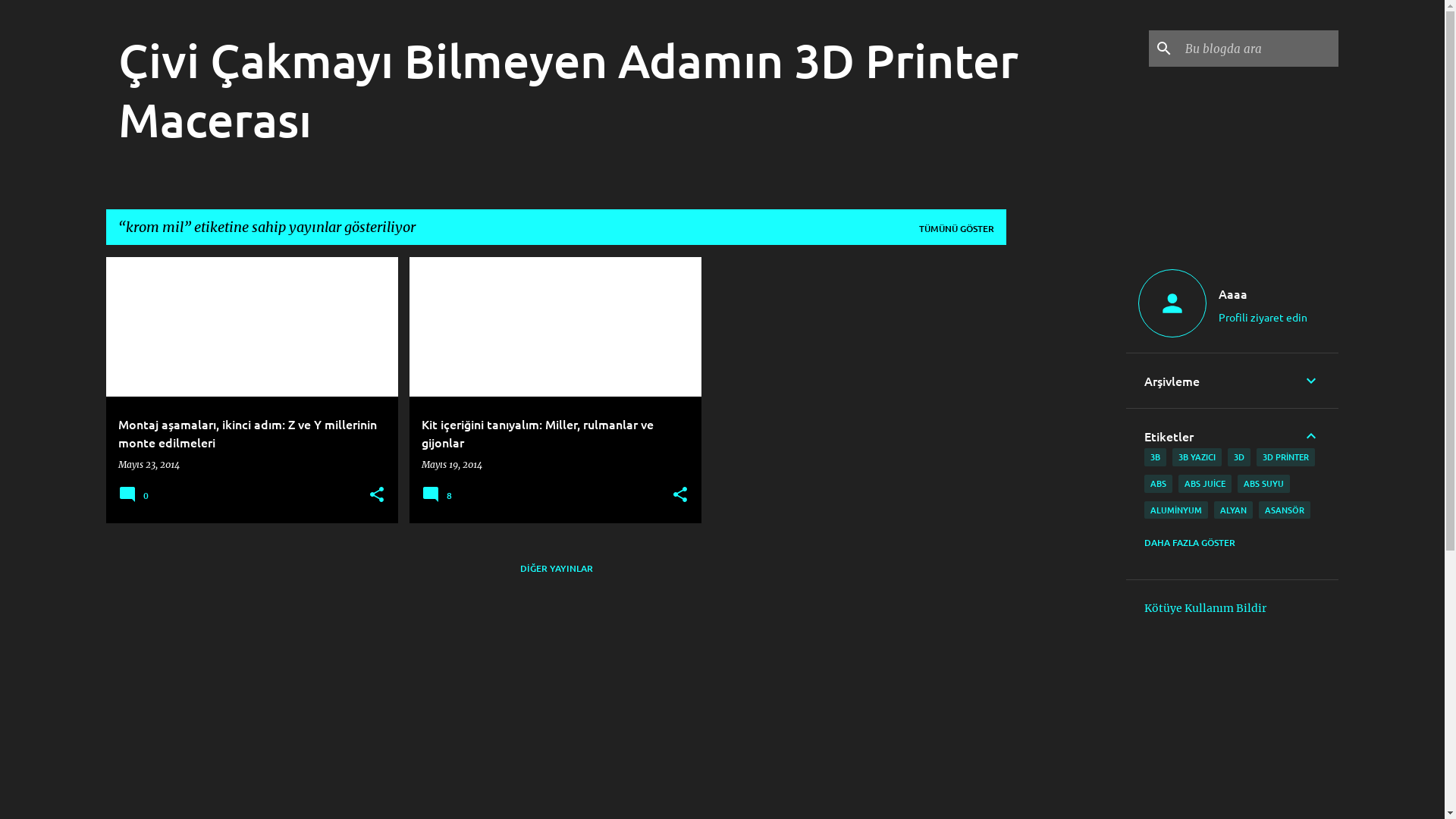  I want to click on 'ABS', so click(1157, 483).